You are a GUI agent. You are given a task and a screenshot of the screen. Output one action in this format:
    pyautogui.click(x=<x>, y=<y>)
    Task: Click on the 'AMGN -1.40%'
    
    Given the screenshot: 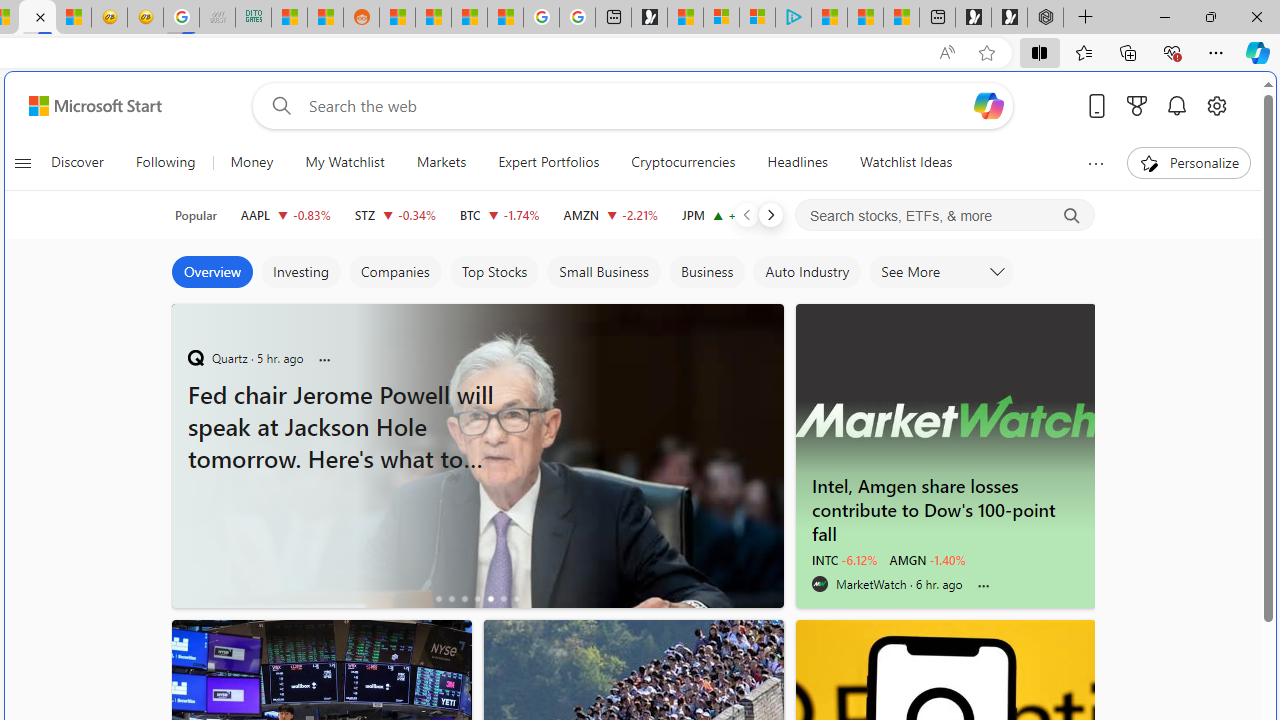 What is the action you would take?
    pyautogui.click(x=927, y=560)
    